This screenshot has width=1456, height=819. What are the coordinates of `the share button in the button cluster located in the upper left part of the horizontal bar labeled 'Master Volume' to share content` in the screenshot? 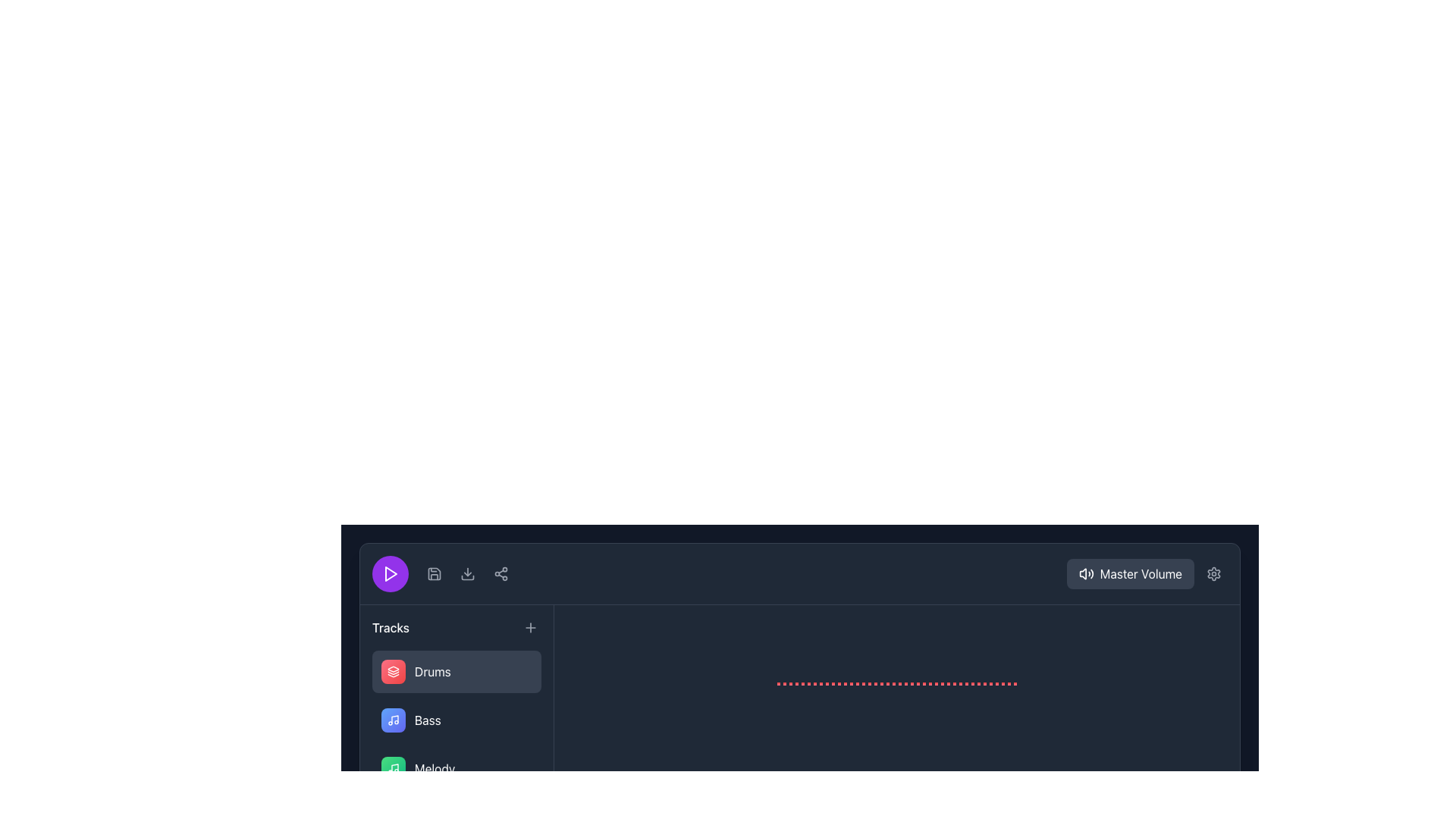 It's located at (443, 573).